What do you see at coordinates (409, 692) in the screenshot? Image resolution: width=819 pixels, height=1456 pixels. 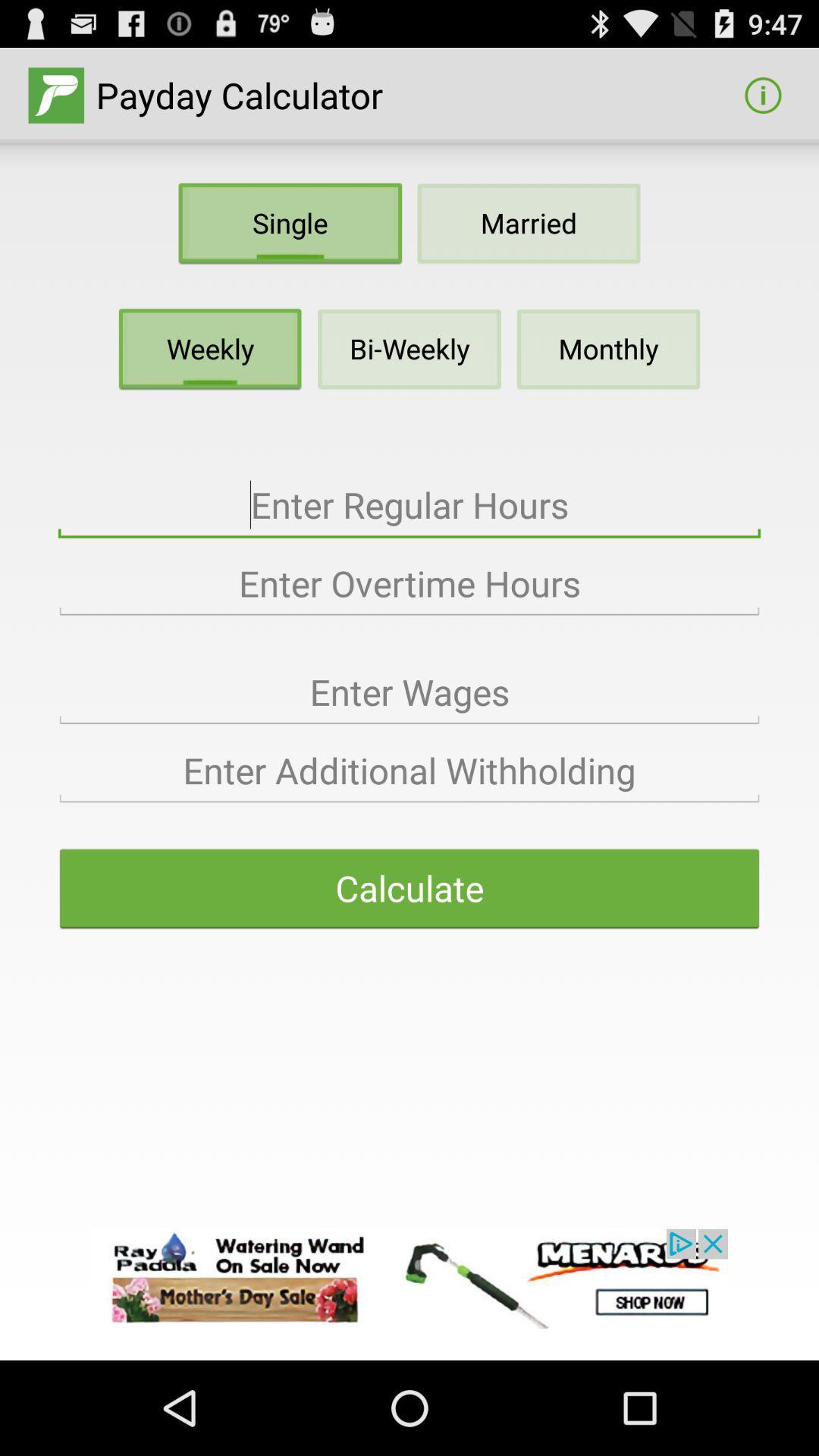 I see `the enter wages below enter overtime hours` at bounding box center [409, 692].